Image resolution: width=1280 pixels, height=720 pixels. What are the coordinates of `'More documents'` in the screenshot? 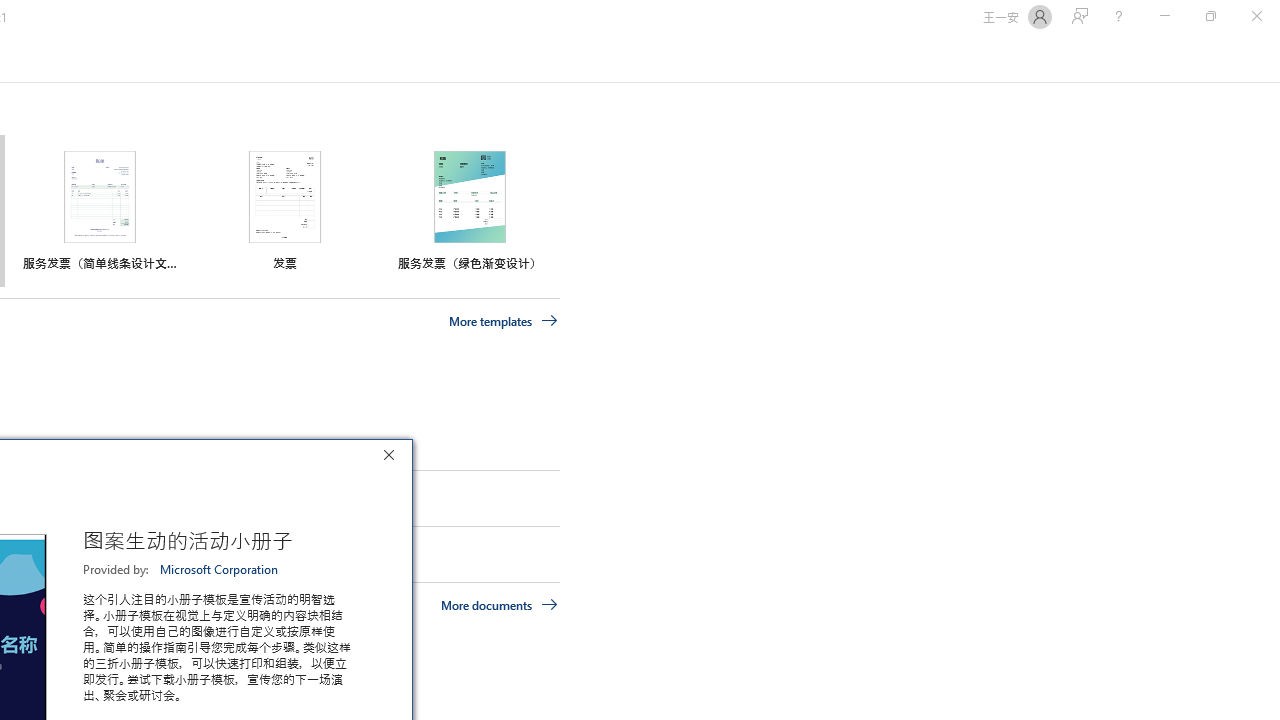 It's located at (499, 603).